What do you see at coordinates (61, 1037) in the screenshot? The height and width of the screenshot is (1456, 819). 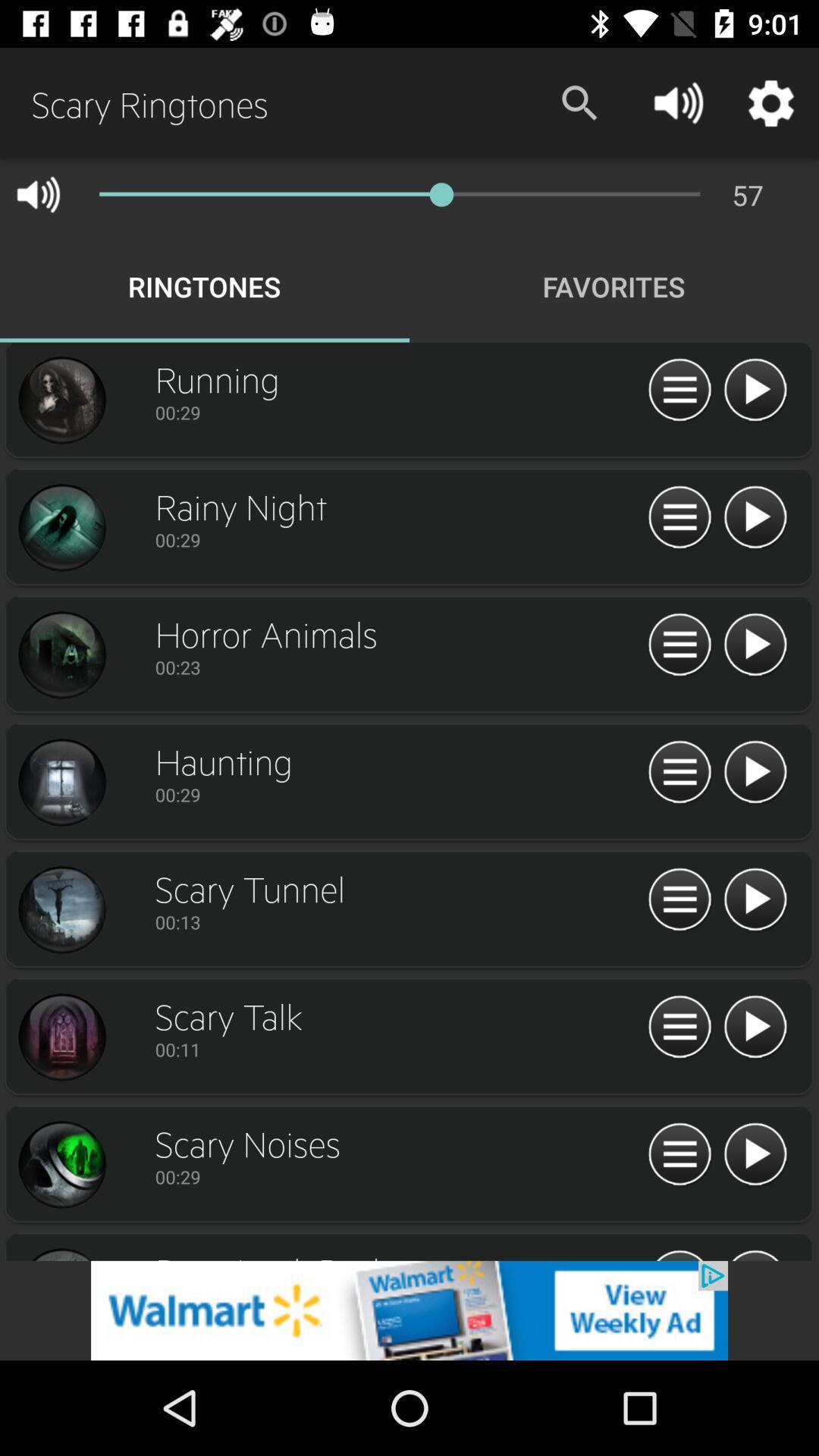 I see `open 'scary talk info` at bounding box center [61, 1037].